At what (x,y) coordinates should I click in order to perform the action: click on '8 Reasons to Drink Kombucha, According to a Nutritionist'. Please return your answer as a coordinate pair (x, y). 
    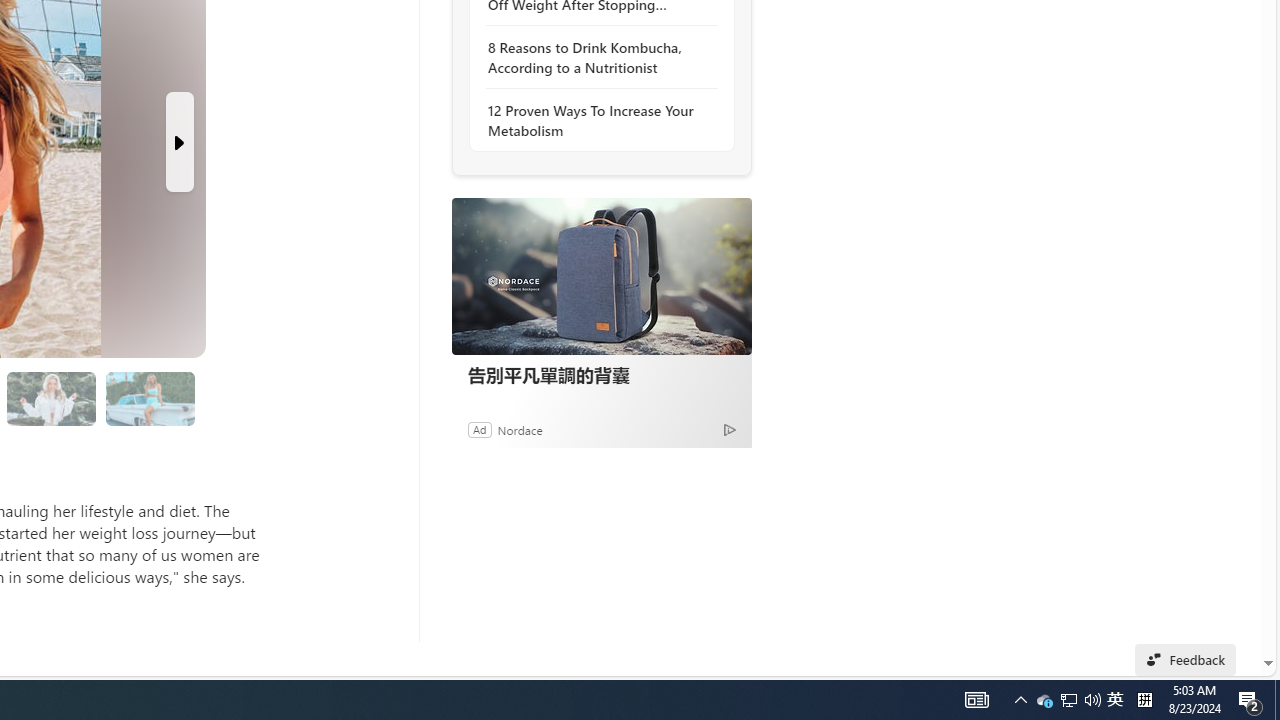
    Looking at the image, I should click on (595, 56).